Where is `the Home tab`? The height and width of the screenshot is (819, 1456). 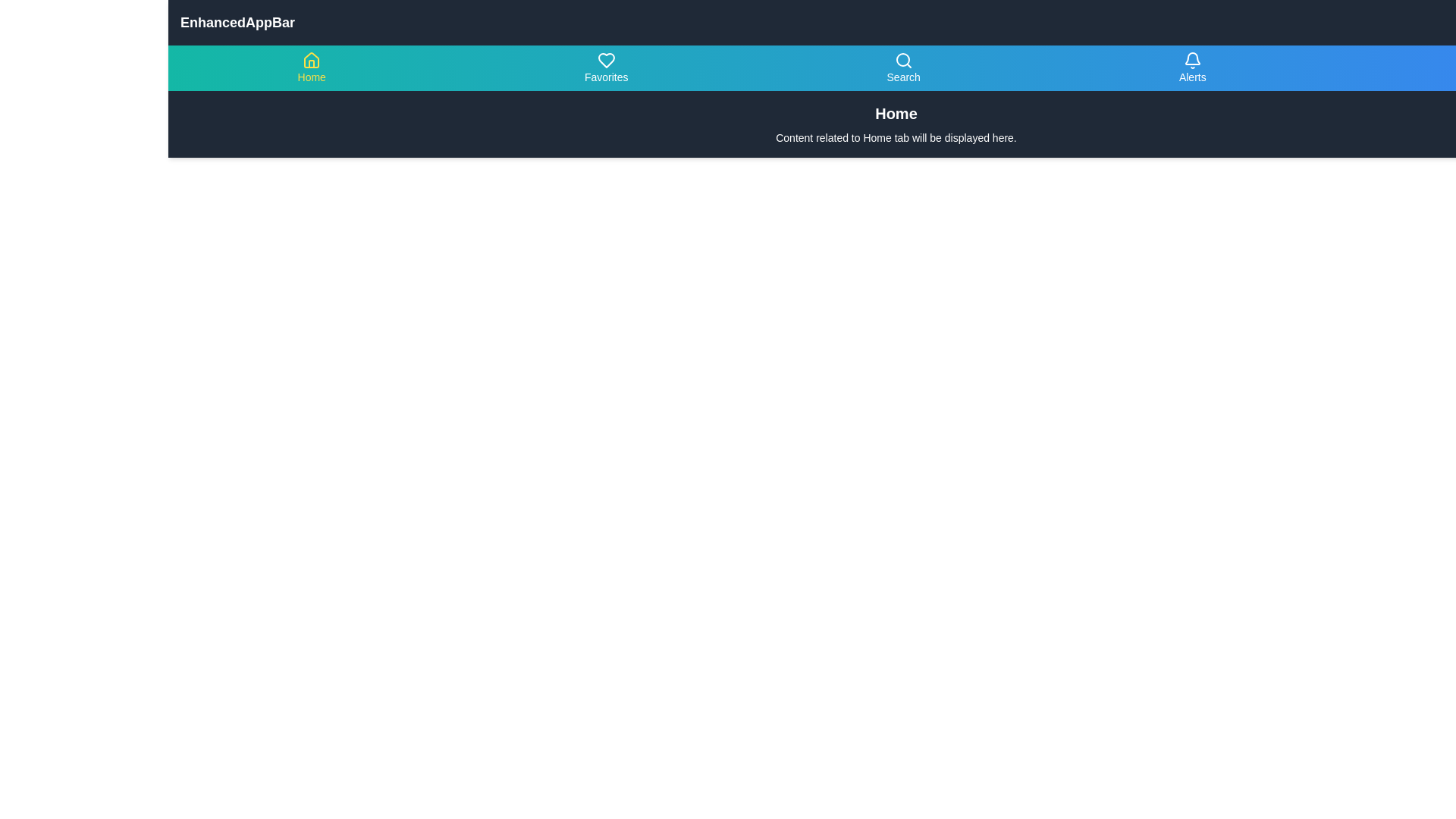
the Home tab is located at coordinates (311, 67).